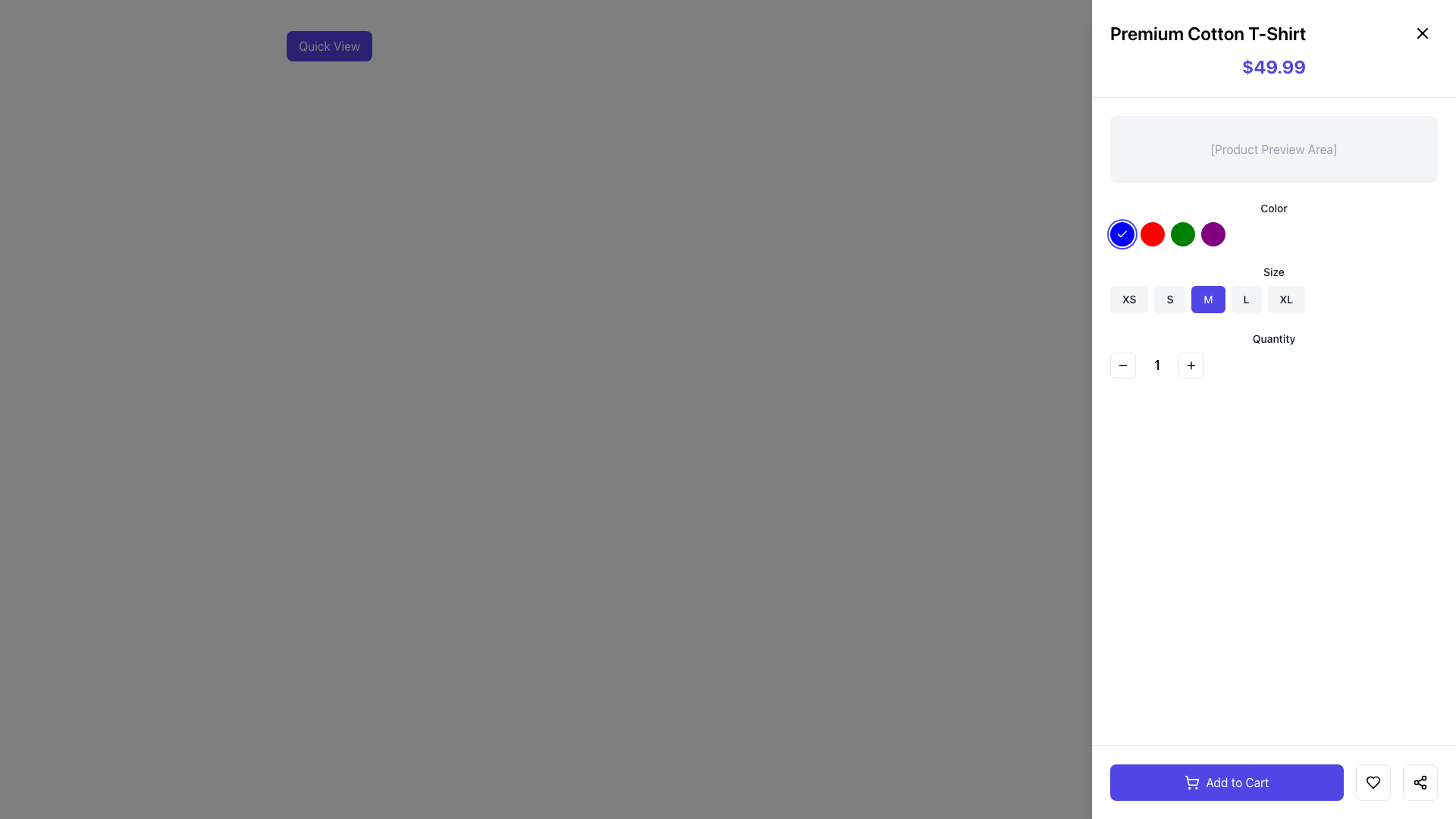  Describe the element at coordinates (1122, 234) in the screenshot. I see `the blue circular button indicating the currently selected color in the color selection section under the 'Color' label` at that location.